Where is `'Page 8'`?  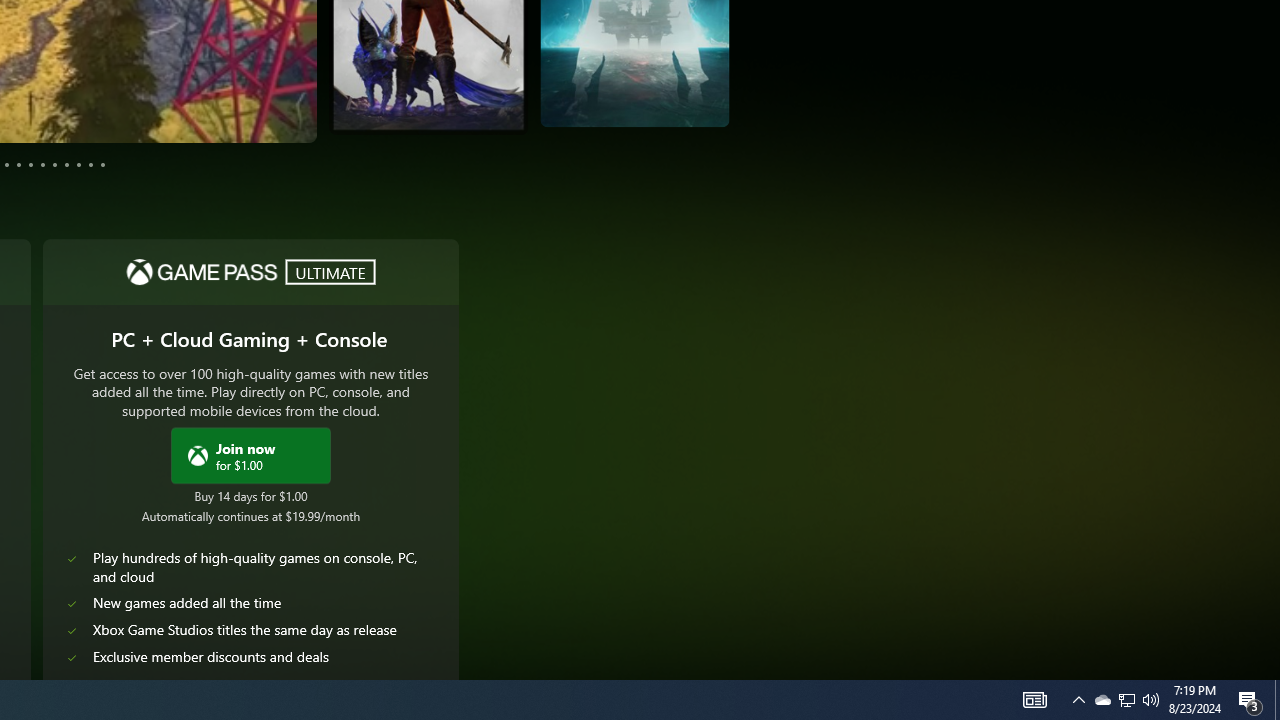
'Page 8' is located at coordinates (55, 163).